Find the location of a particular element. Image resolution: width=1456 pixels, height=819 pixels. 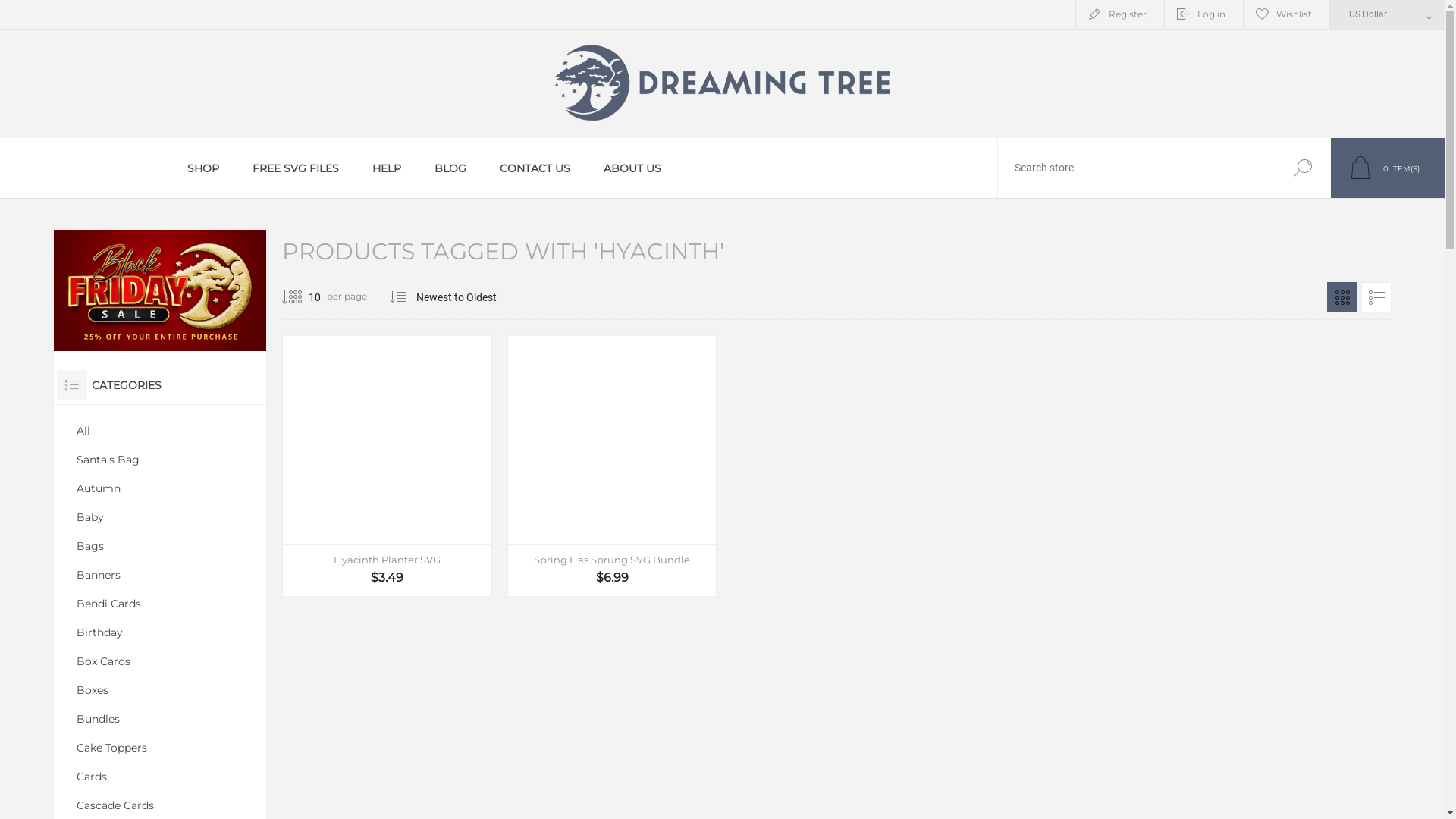

'Boxes' is located at coordinates (160, 690).